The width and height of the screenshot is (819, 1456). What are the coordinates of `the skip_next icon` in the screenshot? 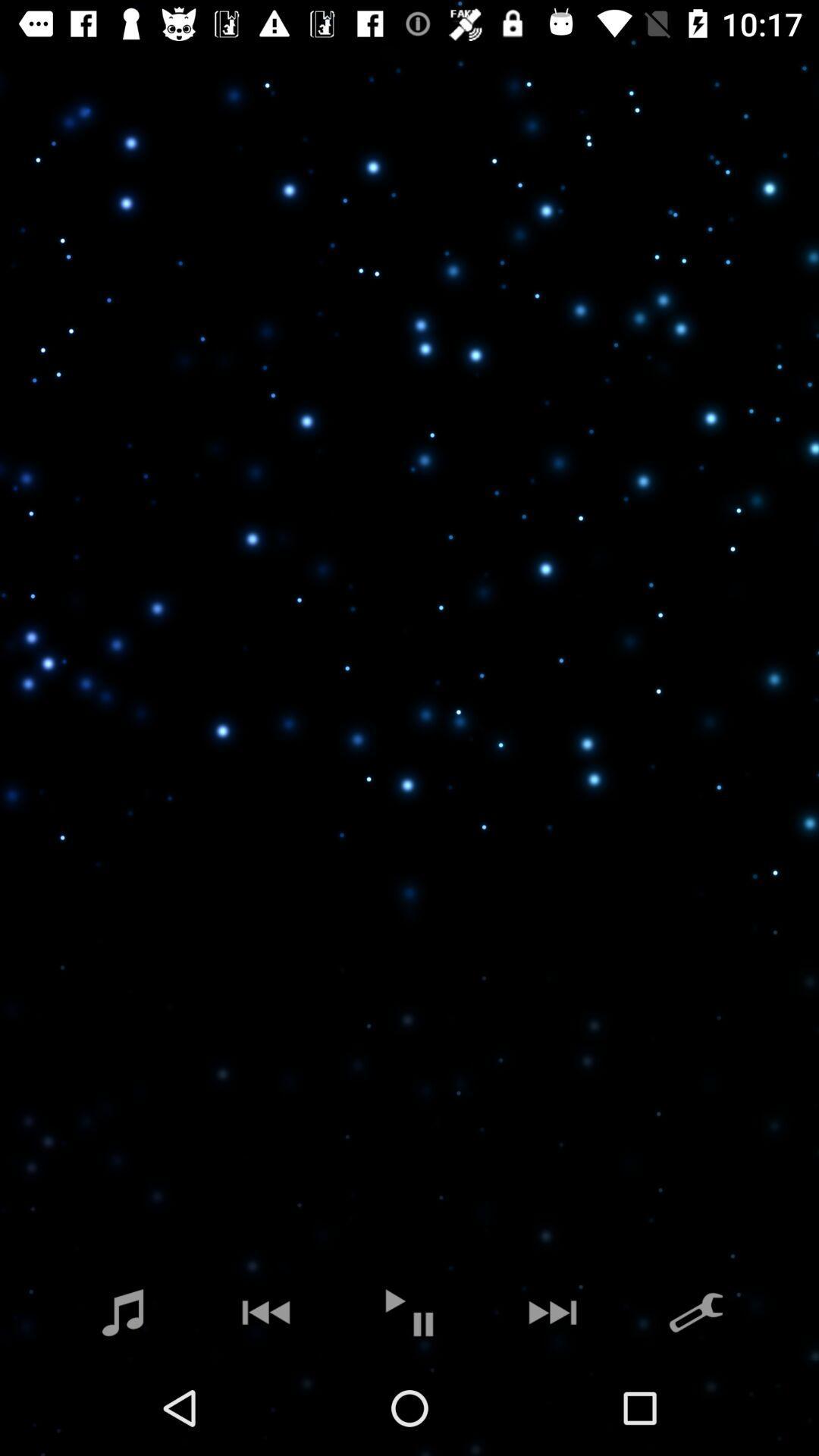 It's located at (553, 1312).